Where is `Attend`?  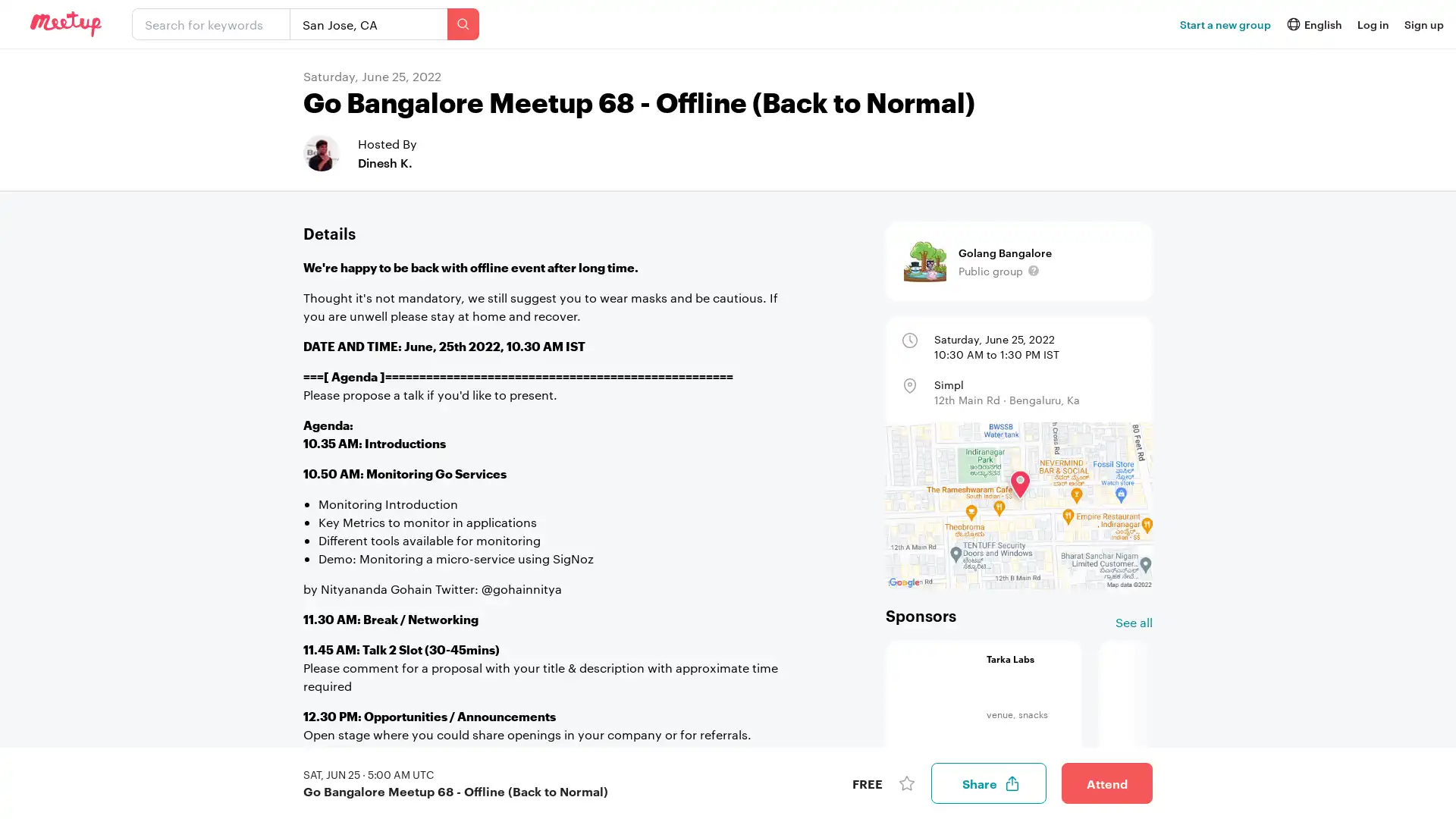 Attend is located at coordinates (1106, 783).